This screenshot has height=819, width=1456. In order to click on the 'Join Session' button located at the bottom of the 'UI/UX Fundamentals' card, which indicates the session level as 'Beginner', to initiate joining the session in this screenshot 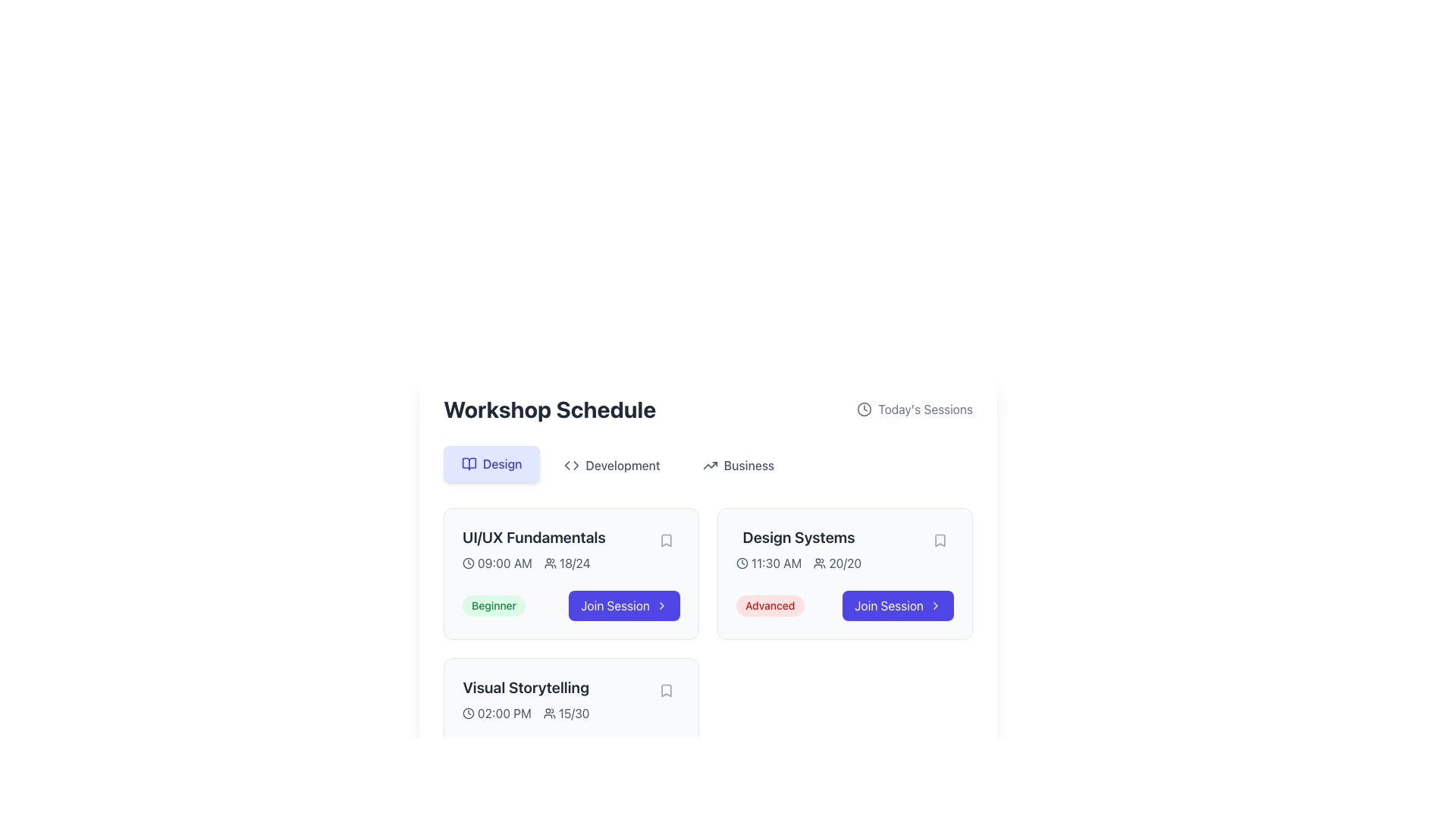, I will do `click(570, 604)`.